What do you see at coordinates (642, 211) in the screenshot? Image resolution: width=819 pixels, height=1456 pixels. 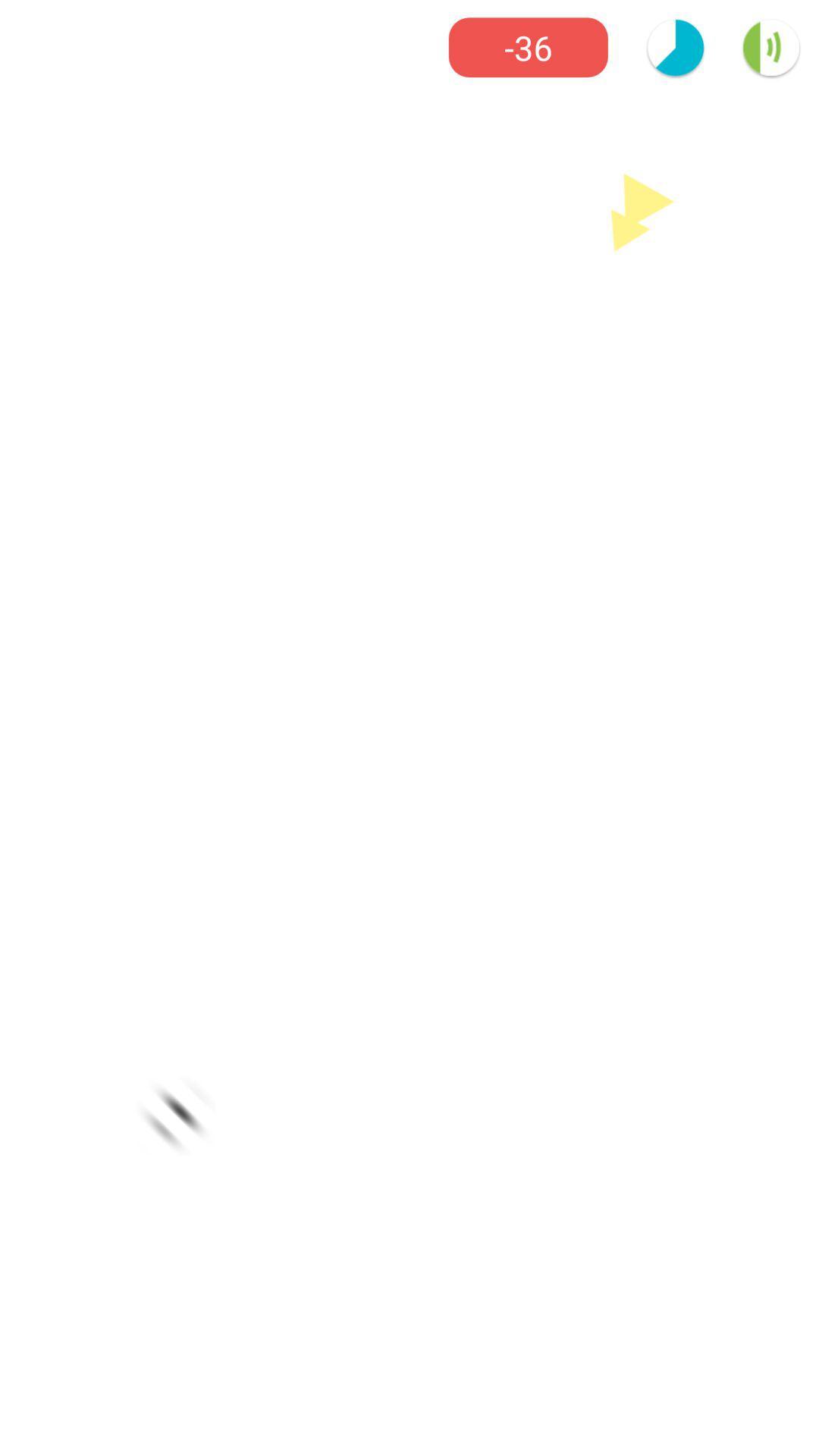 I see `the play icon` at bounding box center [642, 211].